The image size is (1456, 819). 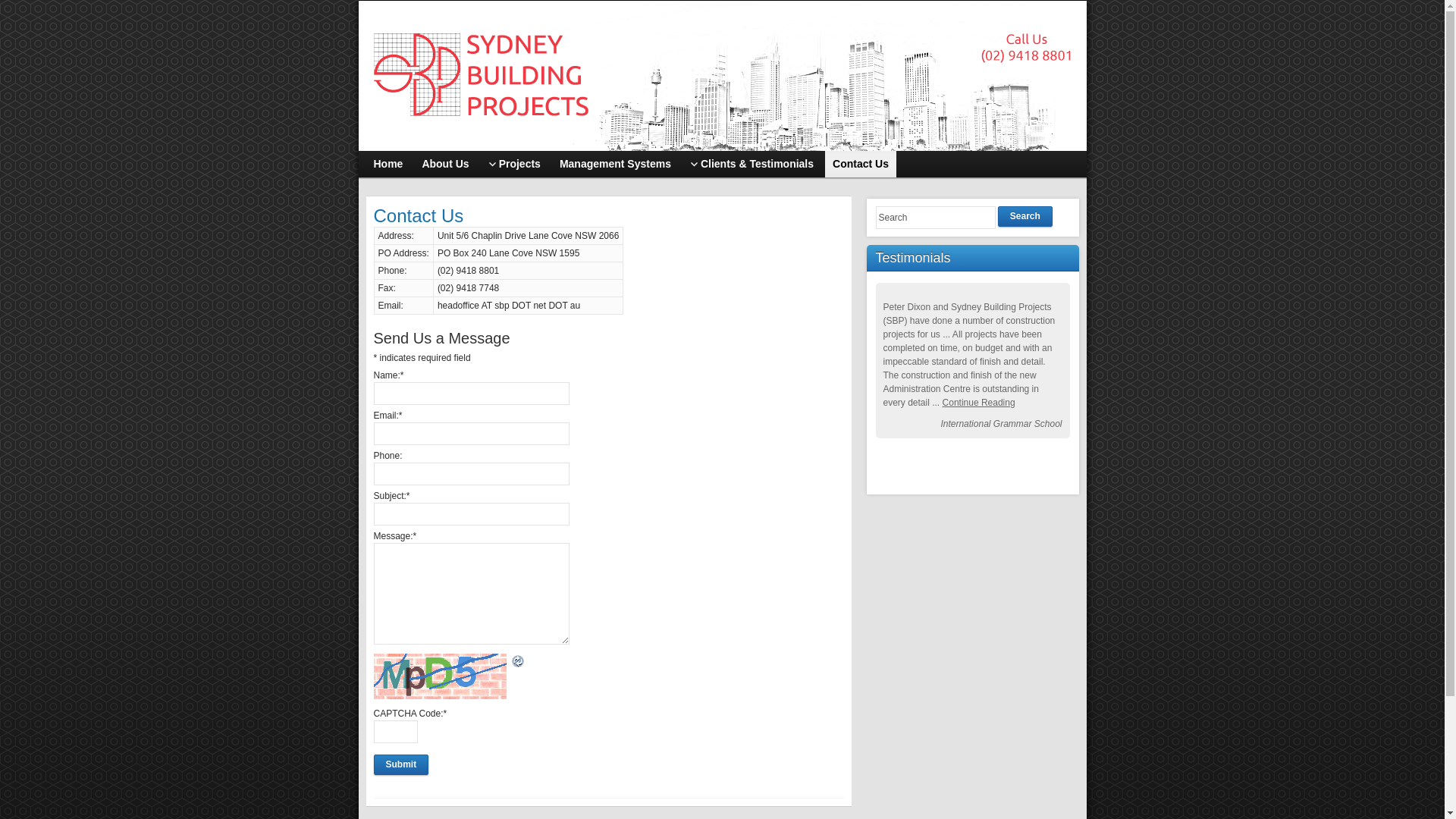 I want to click on 'Home', so click(x=388, y=164).